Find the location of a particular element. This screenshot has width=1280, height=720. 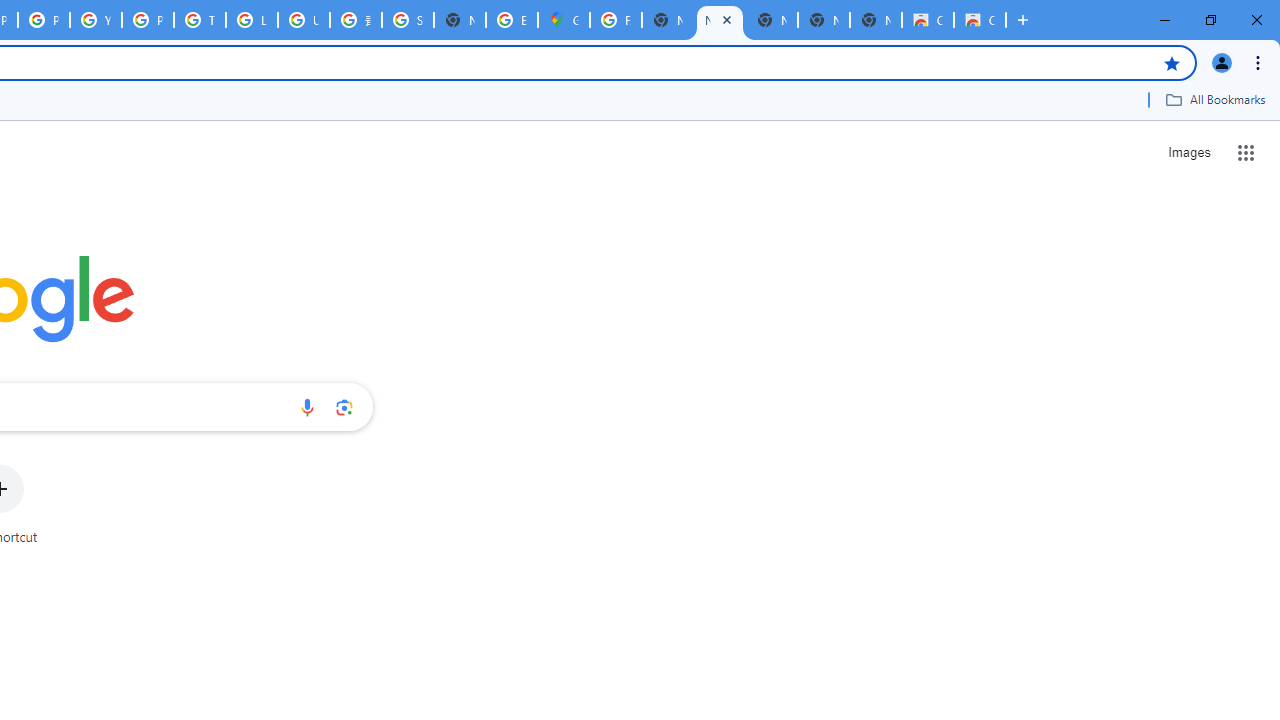

'Google Maps' is located at coordinates (562, 20).